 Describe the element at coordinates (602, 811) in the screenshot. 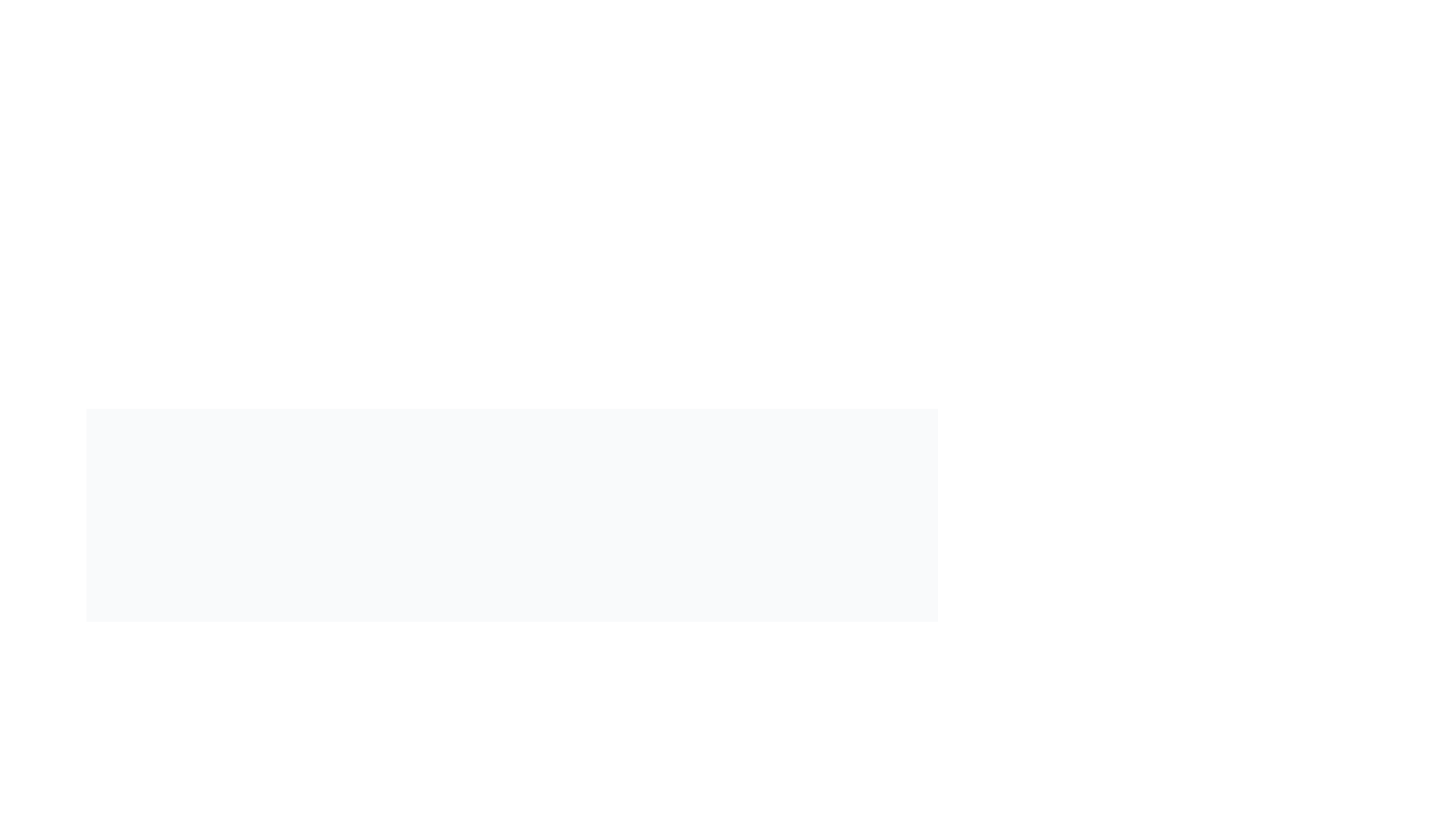

I see `the slider value` at that location.